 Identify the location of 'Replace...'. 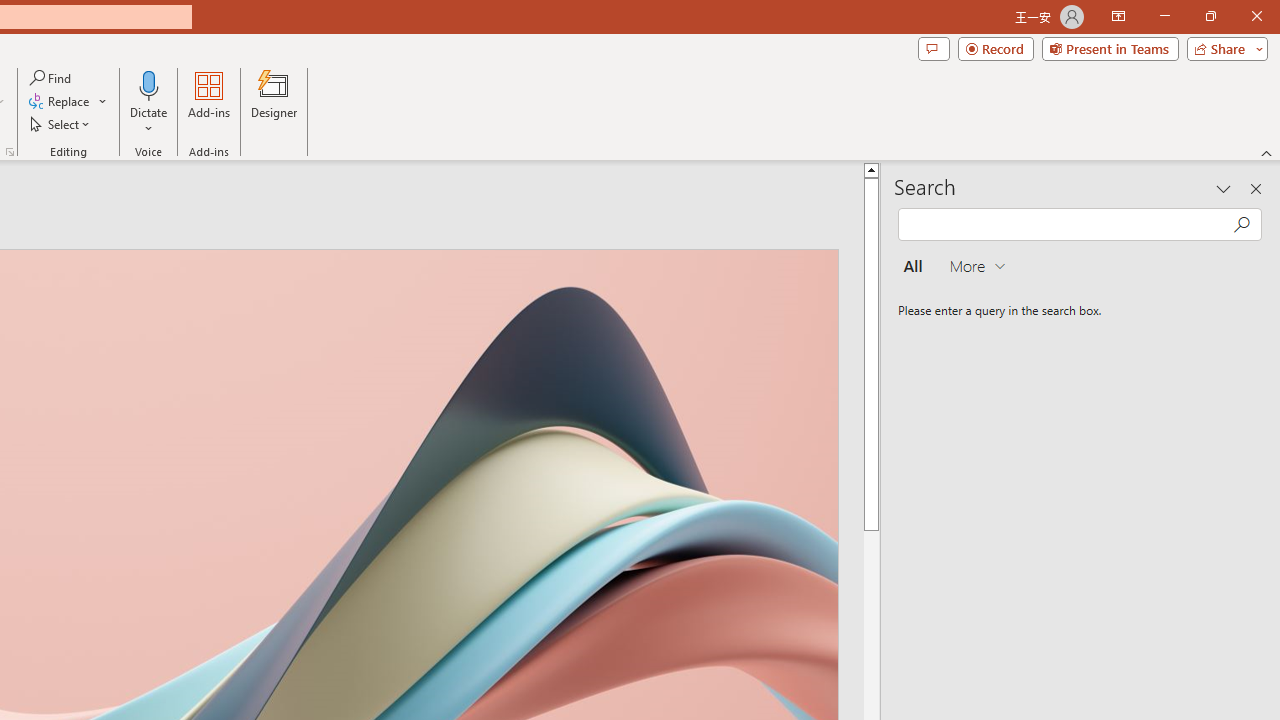
(69, 101).